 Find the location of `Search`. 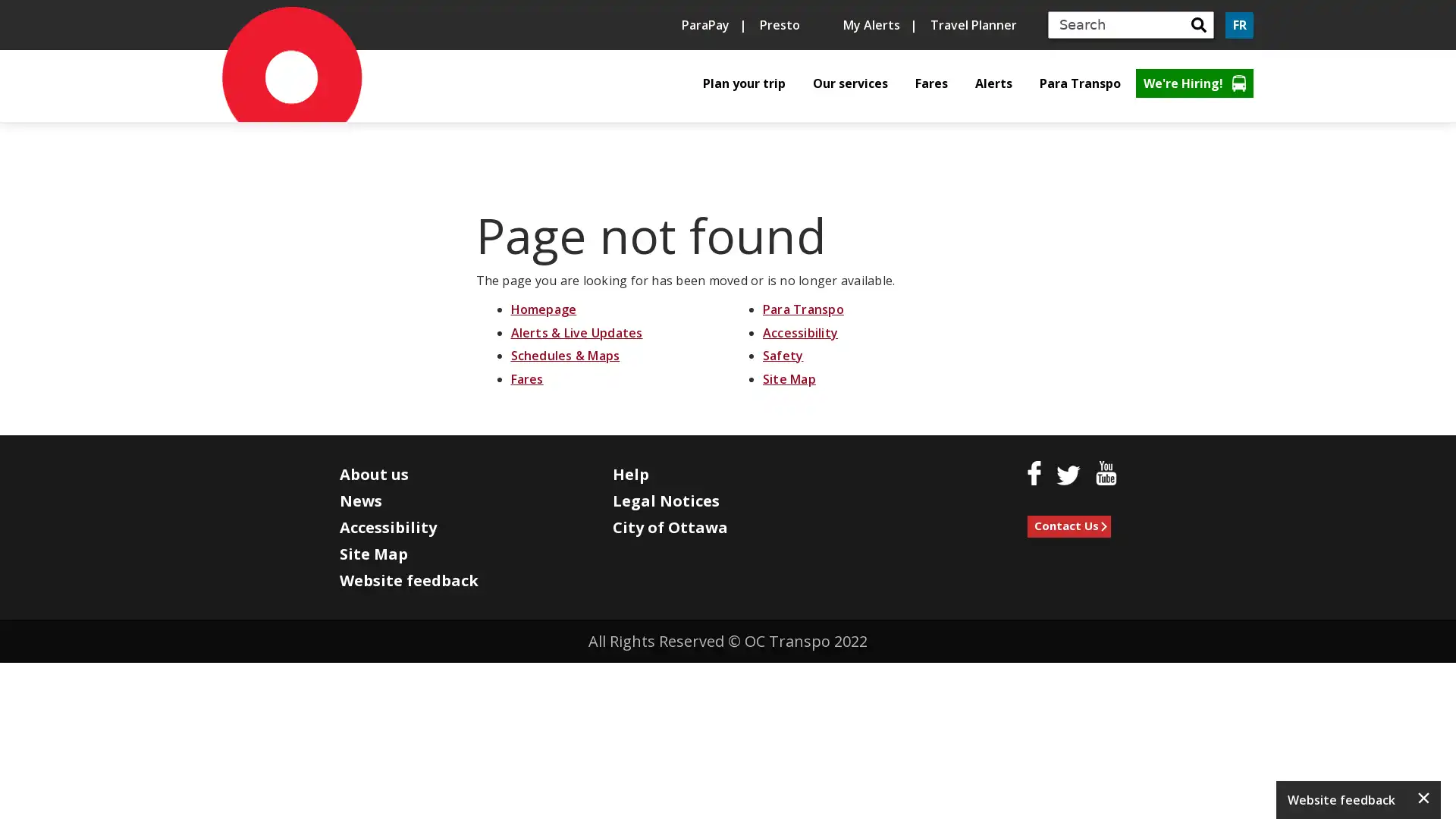

Search is located at coordinates (1197, 25).